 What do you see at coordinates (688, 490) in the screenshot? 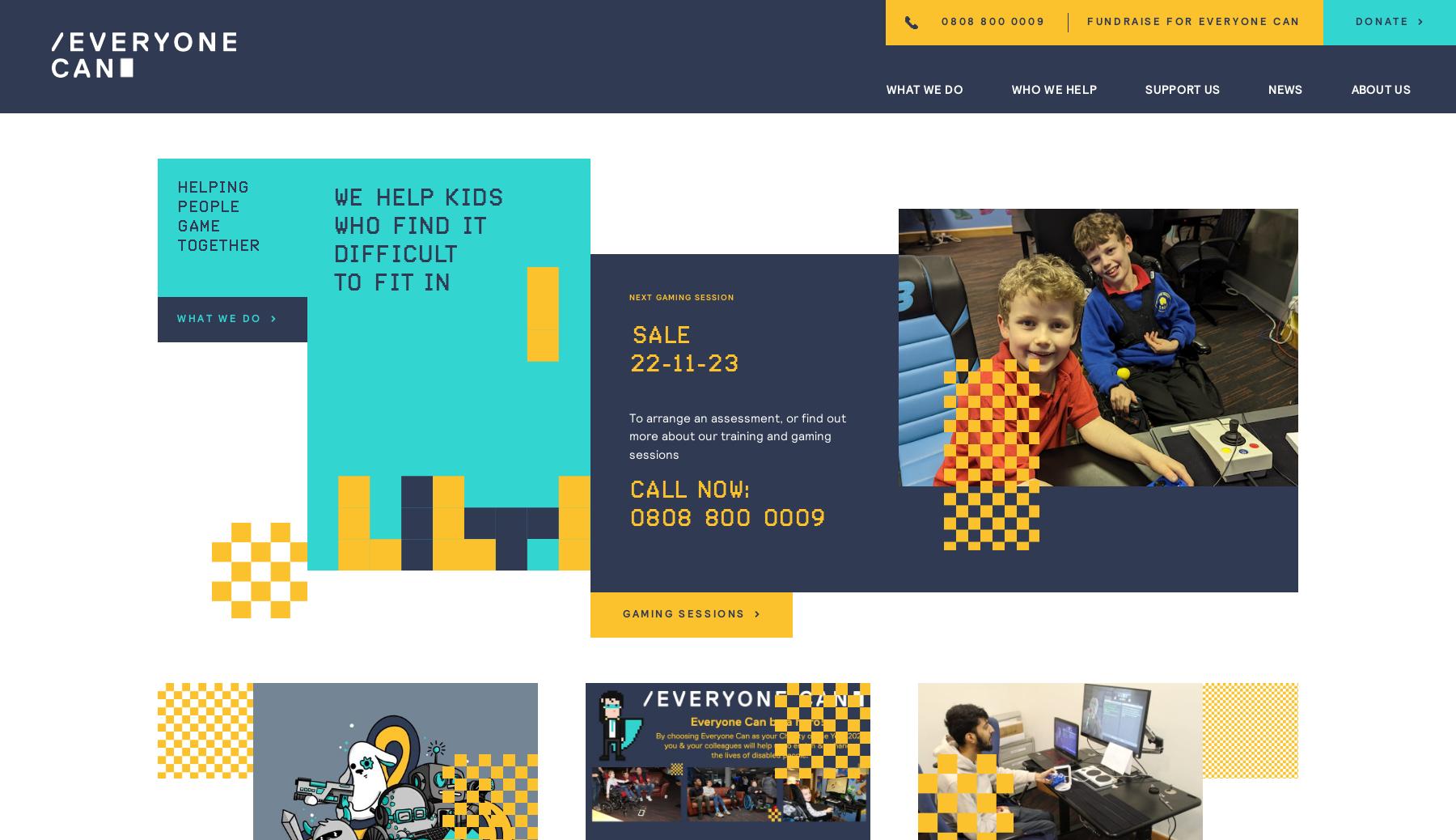
I see `'Call now:'` at bounding box center [688, 490].